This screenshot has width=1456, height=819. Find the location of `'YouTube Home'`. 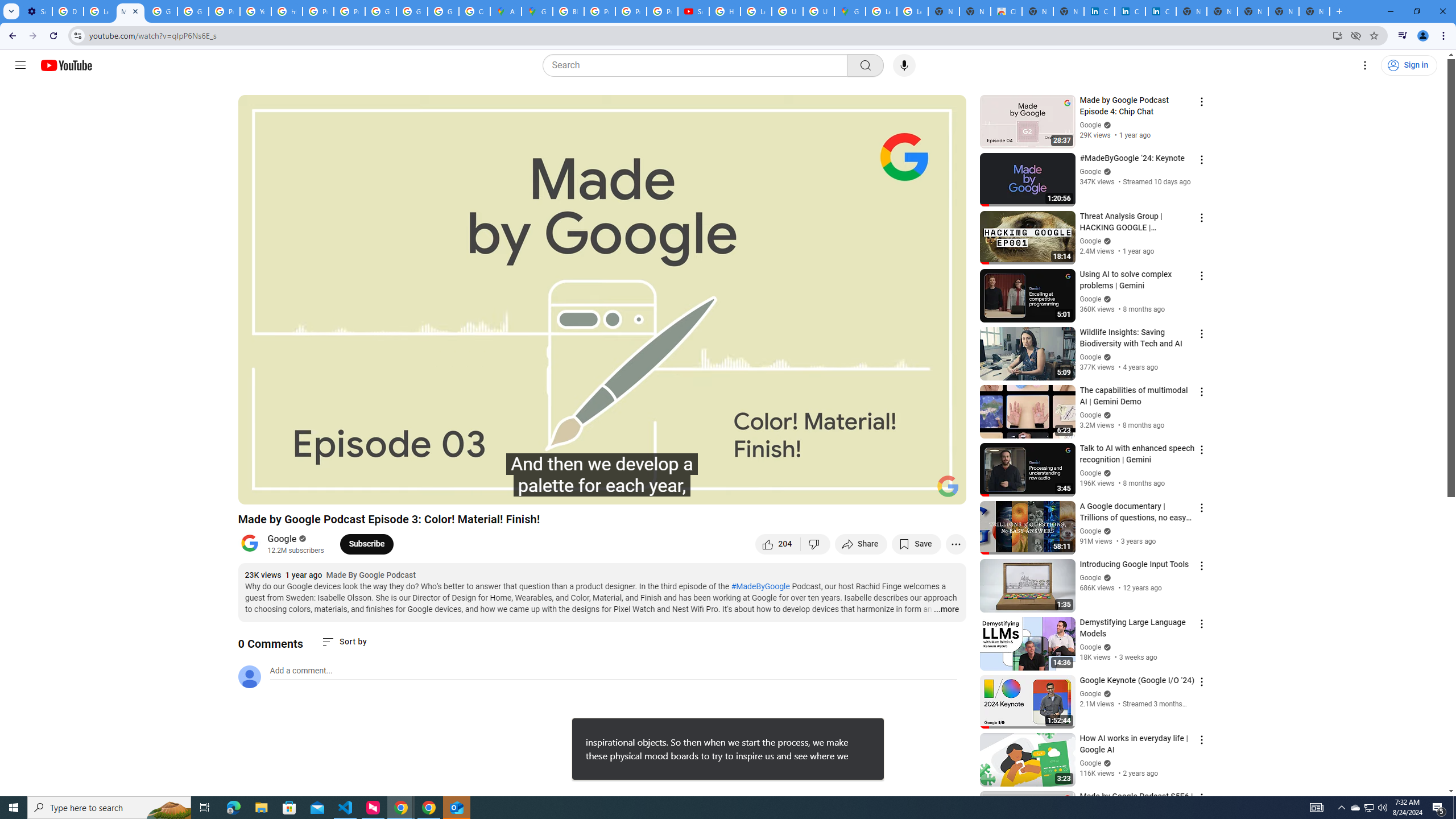

'YouTube Home' is located at coordinates (65, 65).